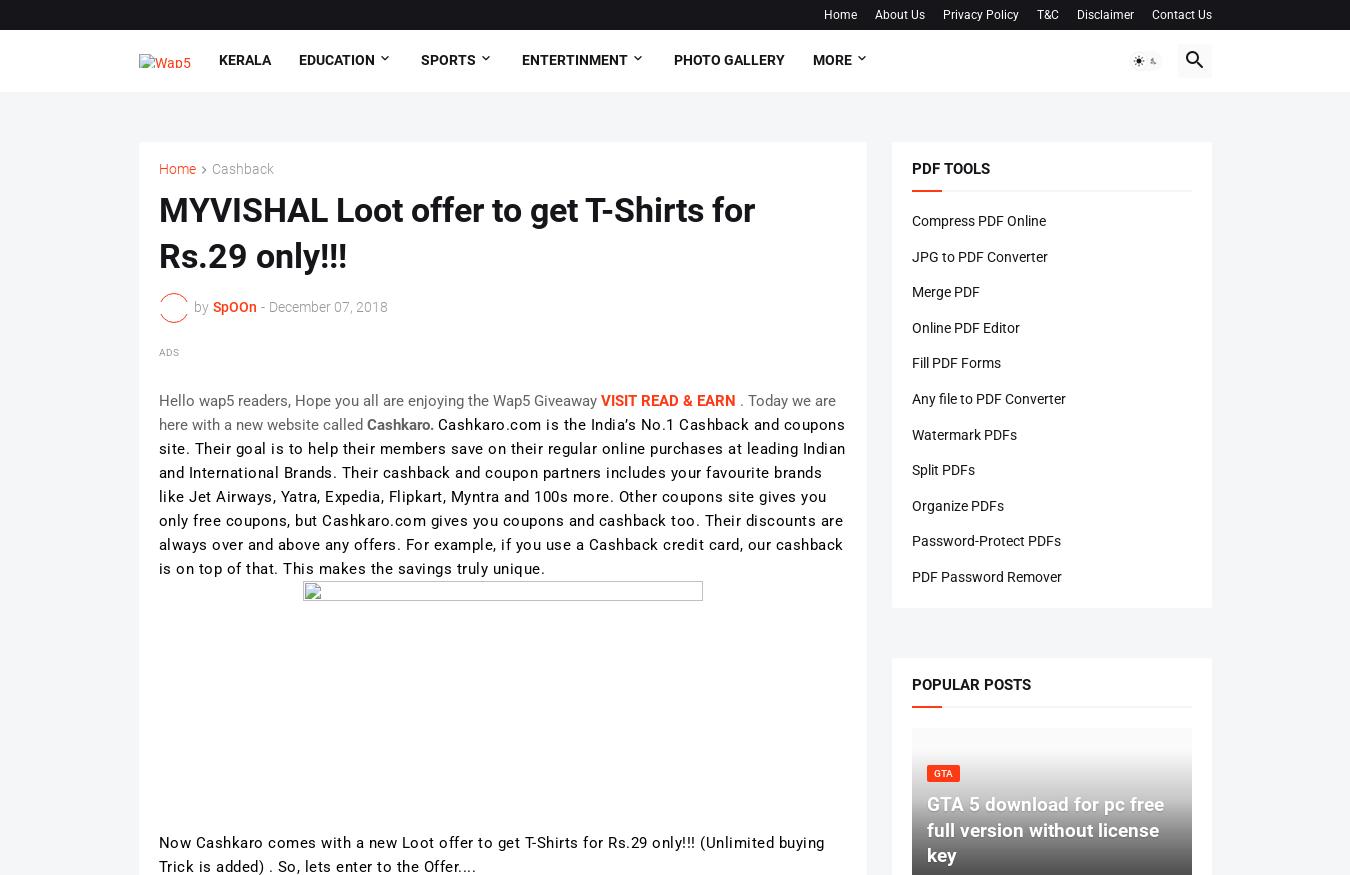  What do you see at coordinates (827, 114) in the screenshot?
I see `'Tech'` at bounding box center [827, 114].